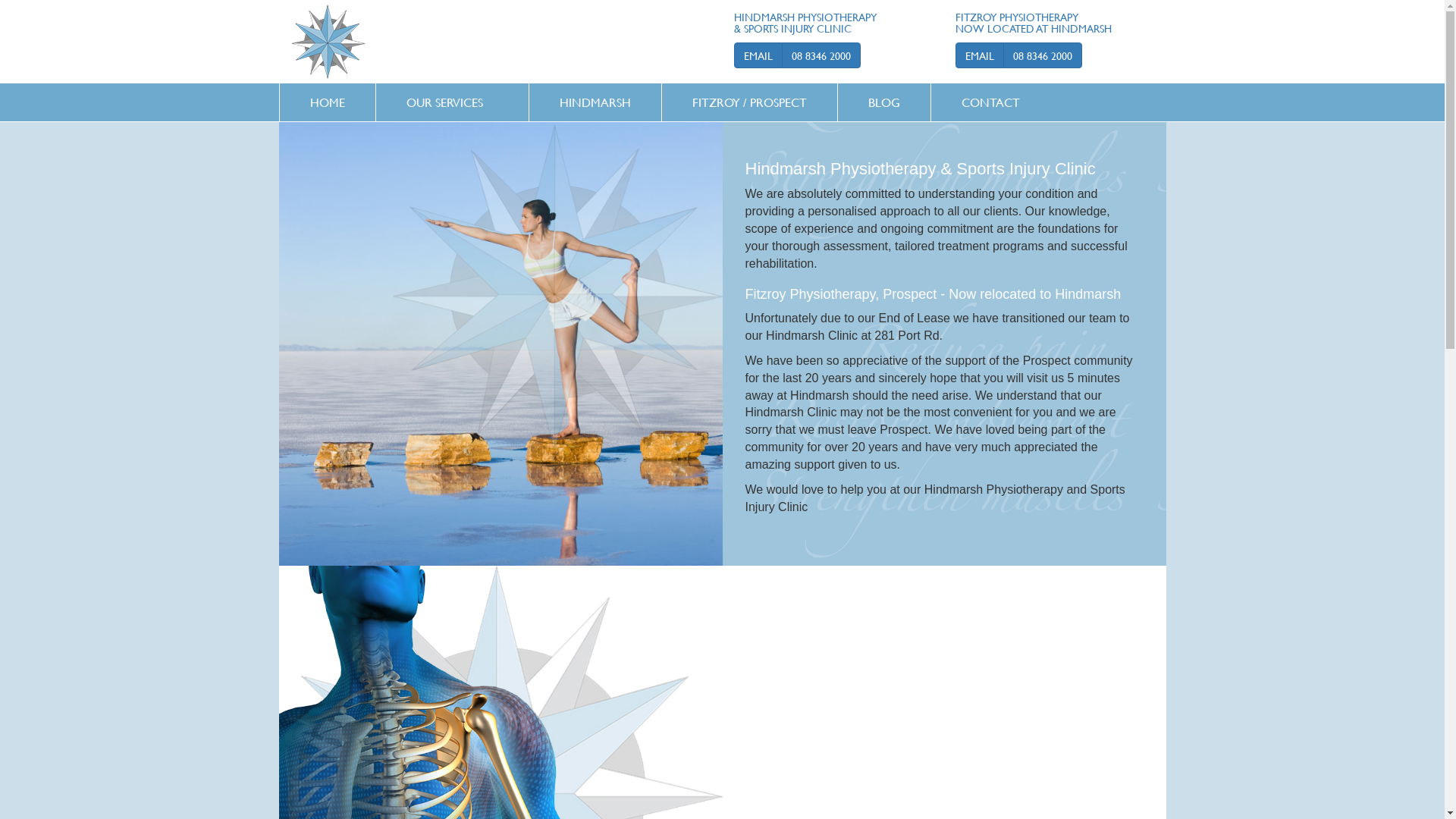 The image size is (1456, 819). I want to click on 'FITZROY PHYSIOTHERAPY, so click(1033, 22).